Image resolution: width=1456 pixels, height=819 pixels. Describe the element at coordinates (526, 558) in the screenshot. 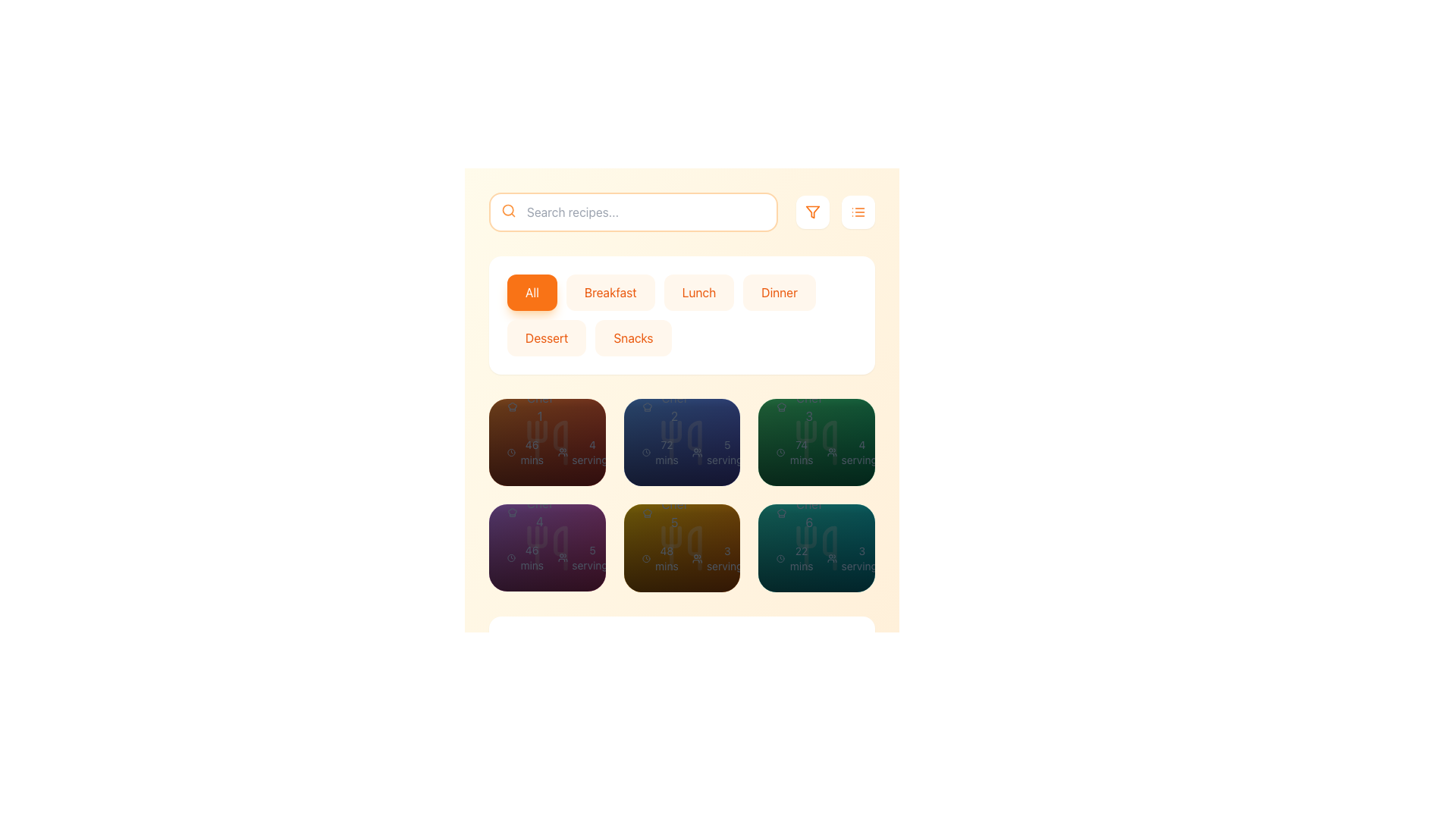

I see `estimated preparation time displayed in the text and icon pair located at the center of the second card in the second row of recipe cards, which is positioned to the left of '5 servings' and 'Hard'` at that location.